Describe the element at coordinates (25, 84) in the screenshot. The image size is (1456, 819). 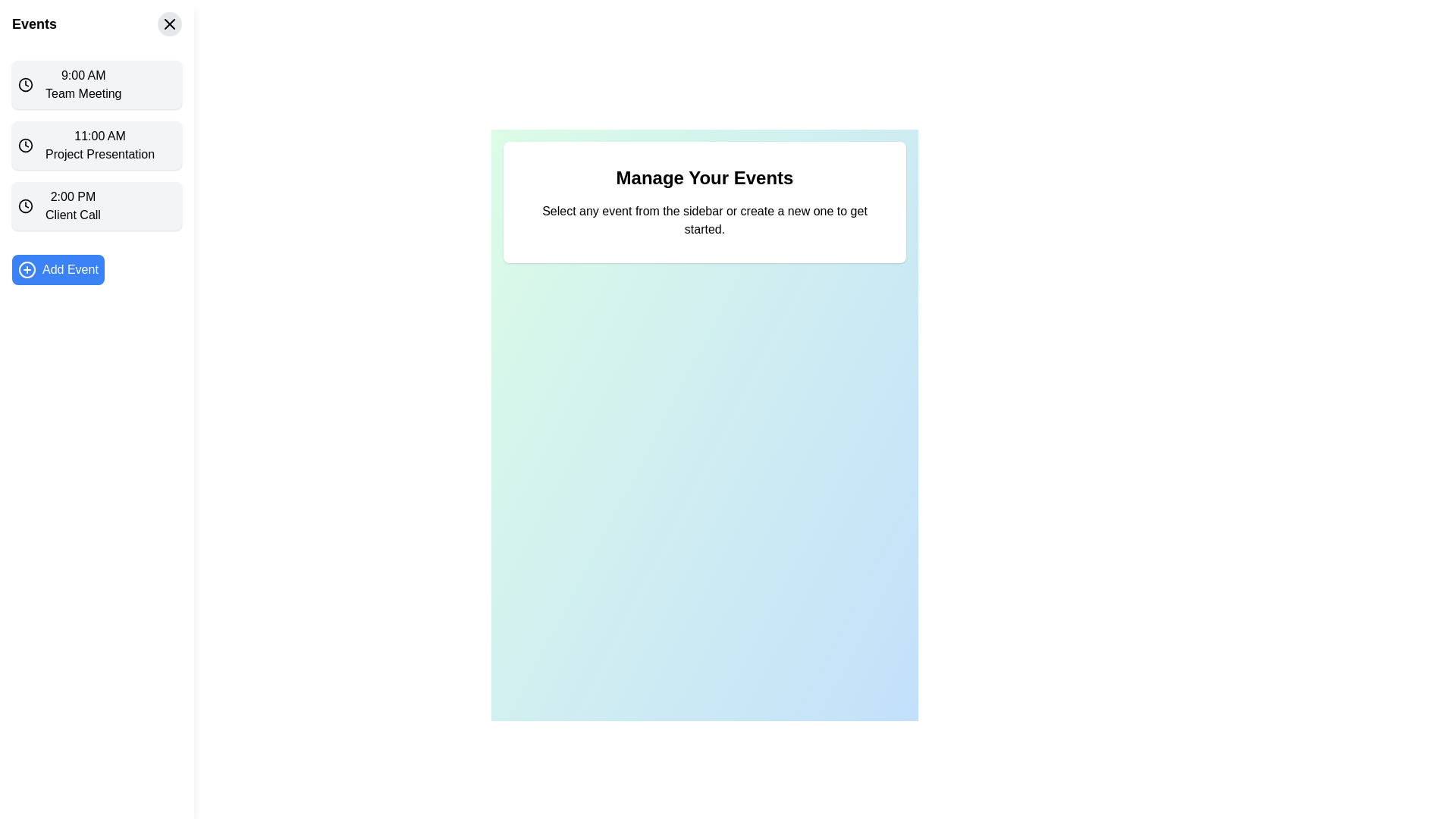
I see `the clock icon in the sidebar representing the event at '9:00 AM'` at that location.